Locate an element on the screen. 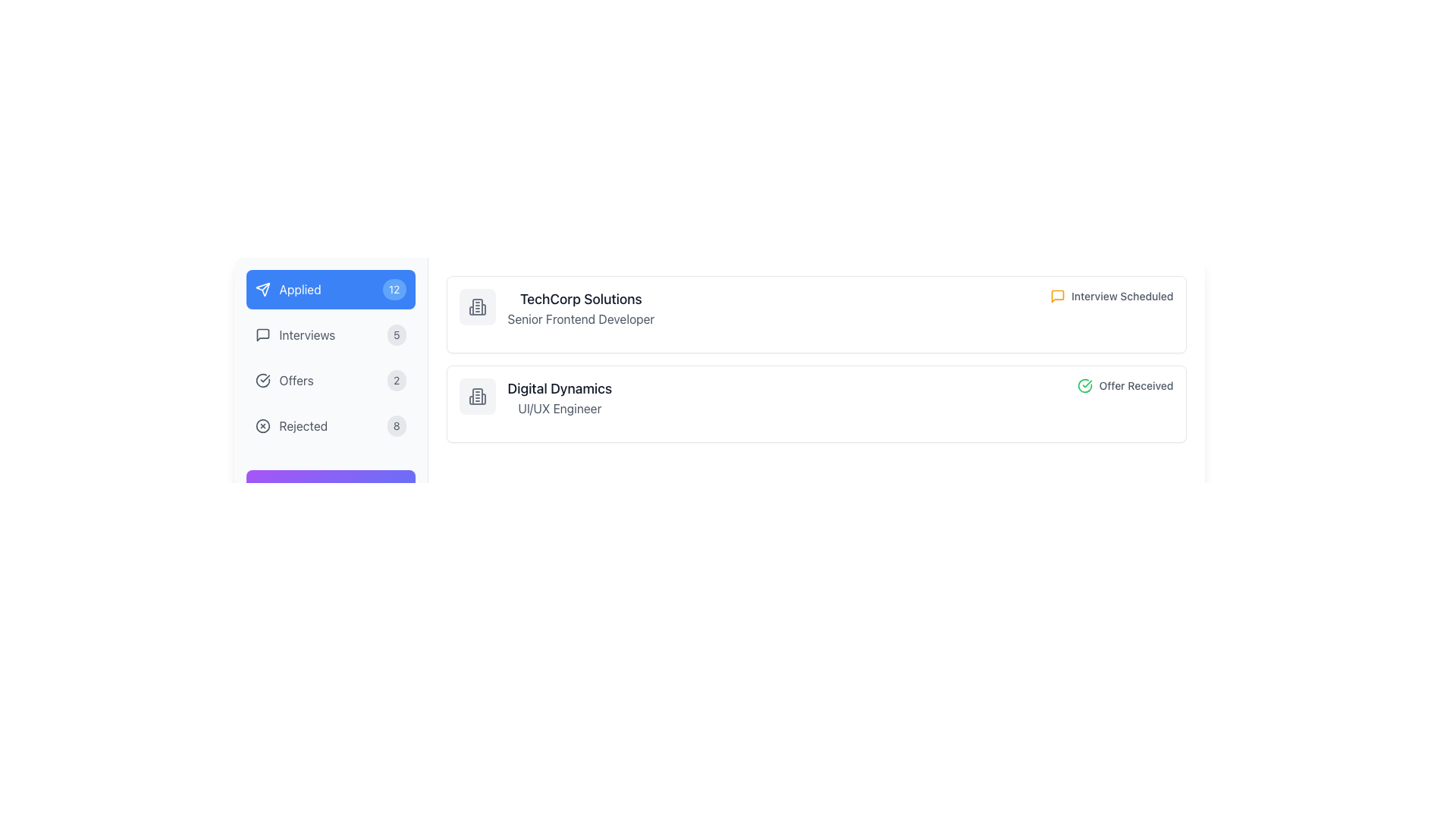 The width and height of the screenshot is (1456, 819). the 'Interviews' icon in the navigation sidebar is located at coordinates (262, 334).